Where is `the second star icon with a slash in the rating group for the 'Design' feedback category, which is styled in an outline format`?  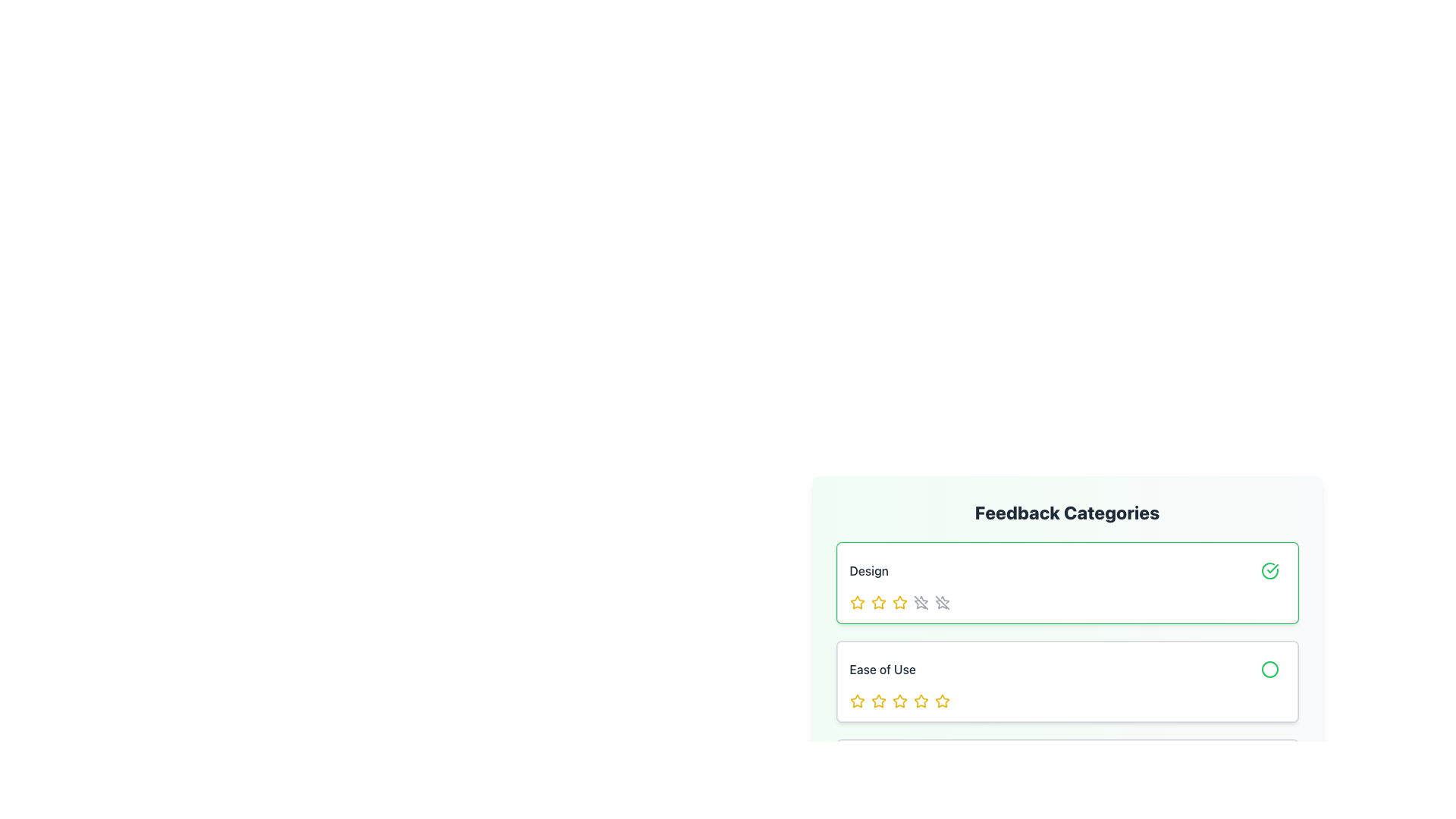 the second star icon with a slash in the rating group for the 'Design' feedback category, which is styled in an outline format is located at coordinates (918, 604).